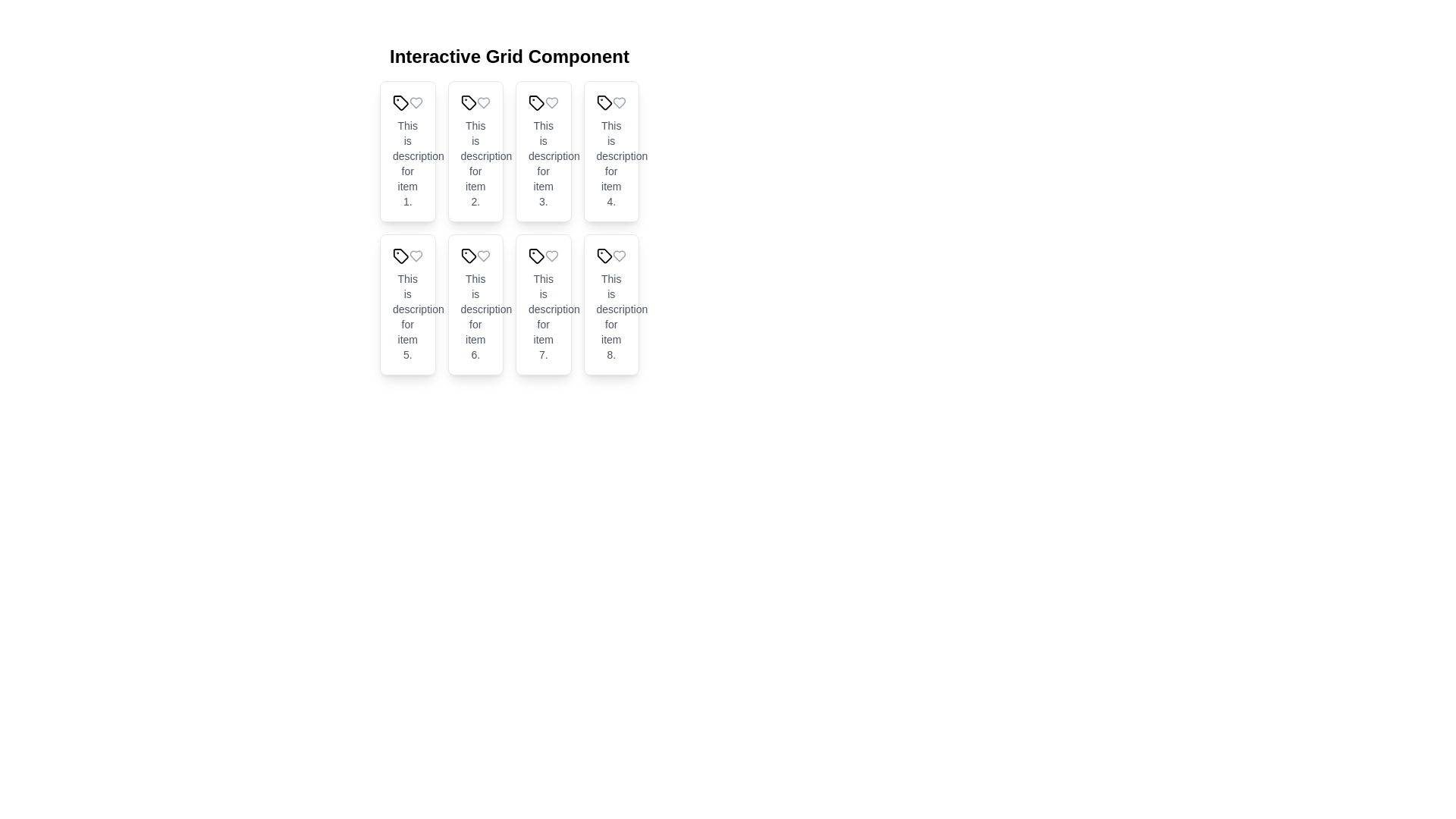 This screenshot has width=1456, height=819. What do you see at coordinates (604, 102) in the screenshot?
I see `the vector graphic icon resembling a tag, located in the fourth tile of the 'Interactive Grid Component', which features a rectangular body with a diagonal cut and a circle at the top left` at bounding box center [604, 102].